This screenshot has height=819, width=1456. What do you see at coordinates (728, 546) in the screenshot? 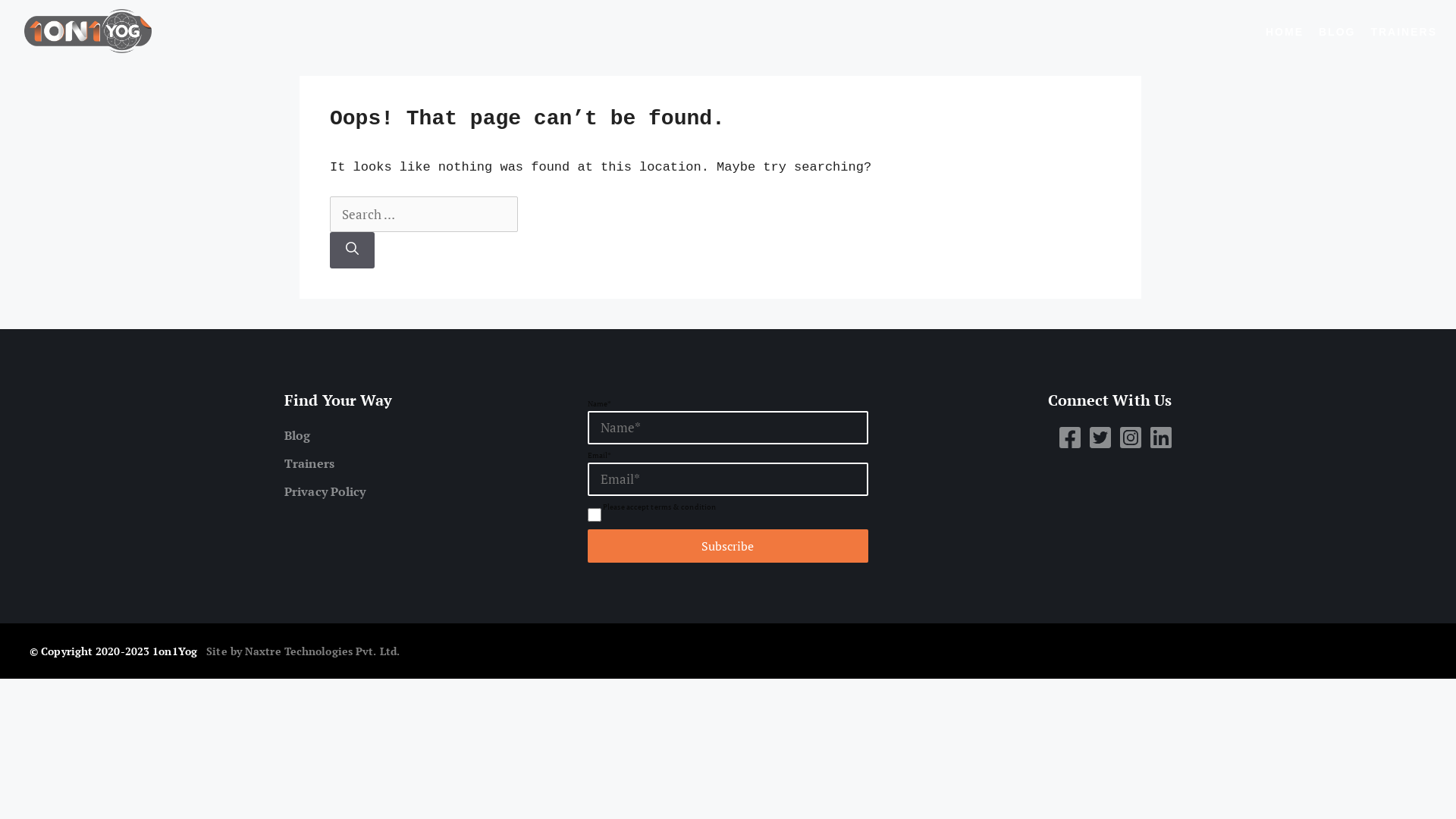
I see `'Subscribe'` at bounding box center [728, 546].